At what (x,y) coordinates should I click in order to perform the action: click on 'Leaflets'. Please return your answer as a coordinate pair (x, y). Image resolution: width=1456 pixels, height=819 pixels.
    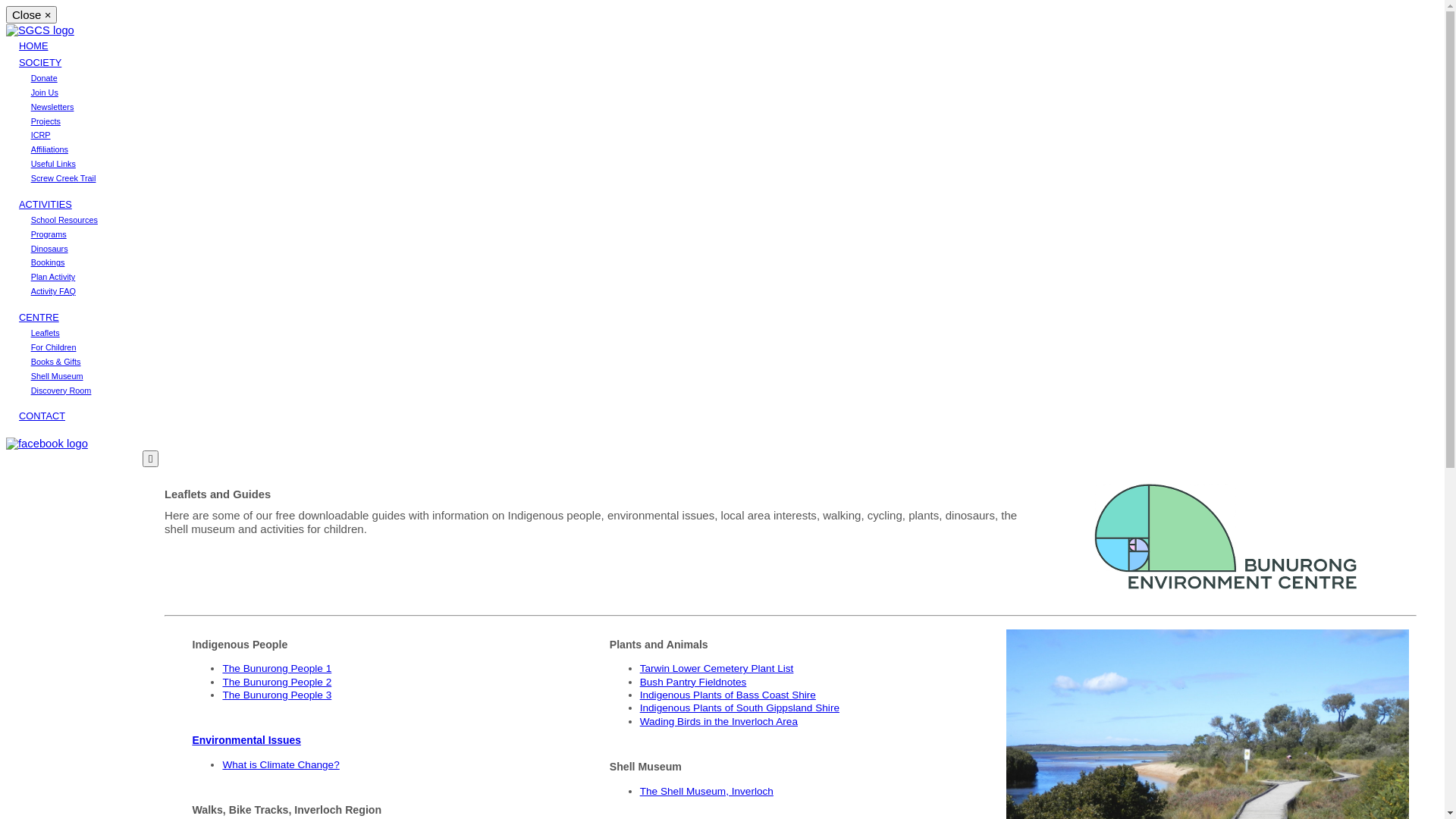
    Looking at the image, I should click on (45, 332).